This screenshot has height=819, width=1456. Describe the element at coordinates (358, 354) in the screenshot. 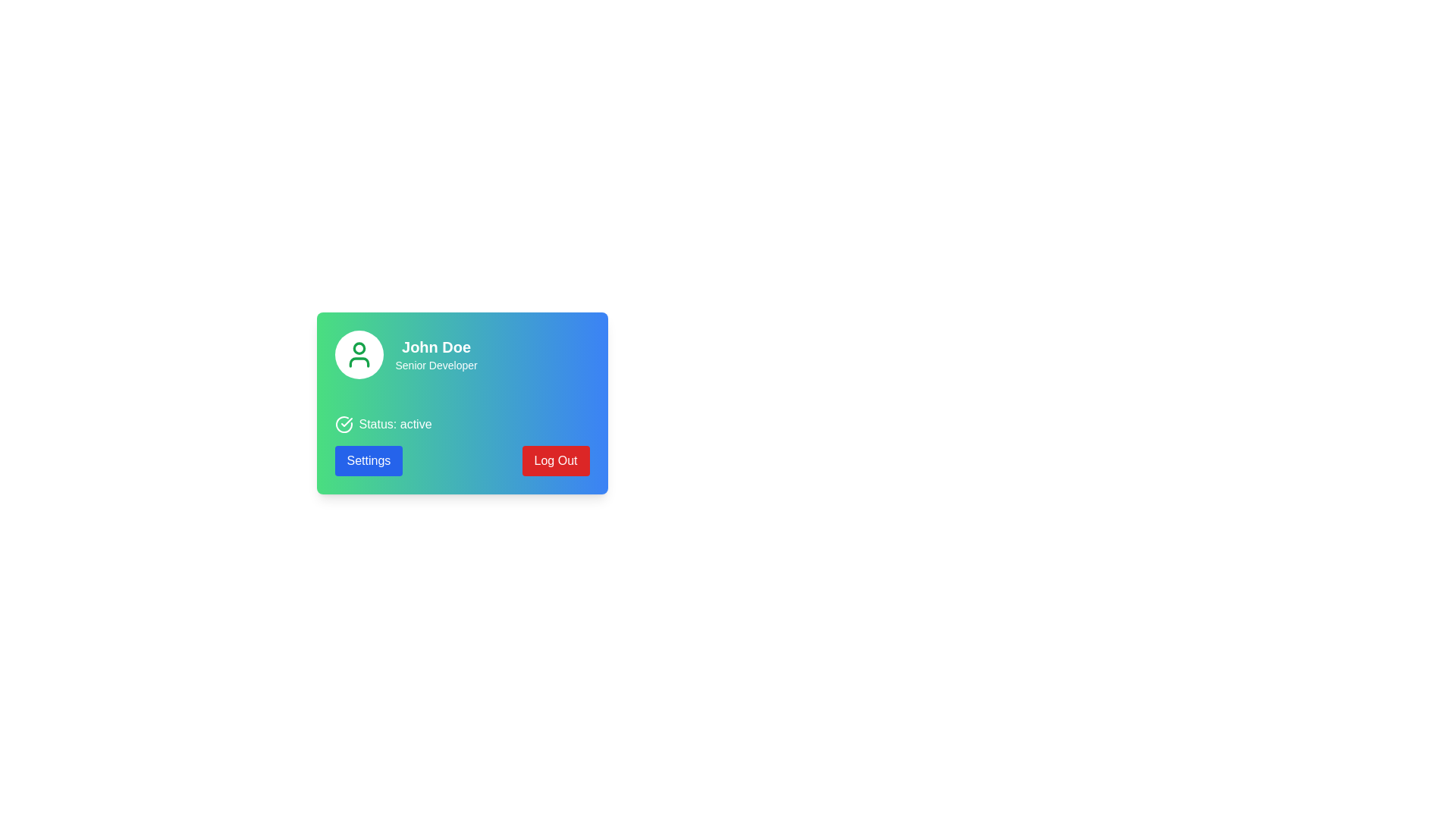

I see `the user profile avatar icon located at the top-left corner of the card, next to the text 'John Doe' and 'Senior Developer'` at that location.